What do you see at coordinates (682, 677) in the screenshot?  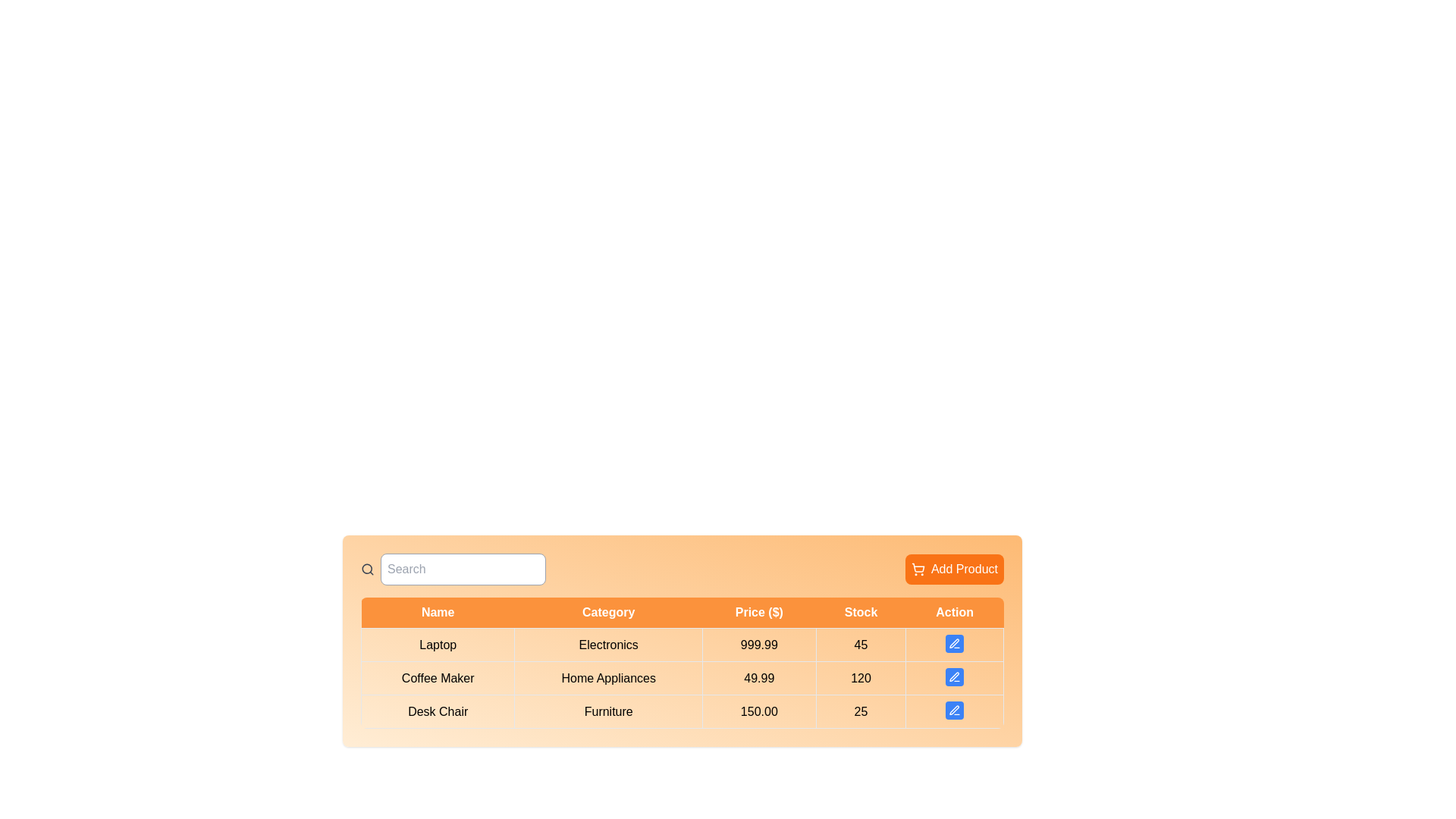 I see `the second row in the product table containing 'Coffee Maker'` at bounding box center [682, 677].